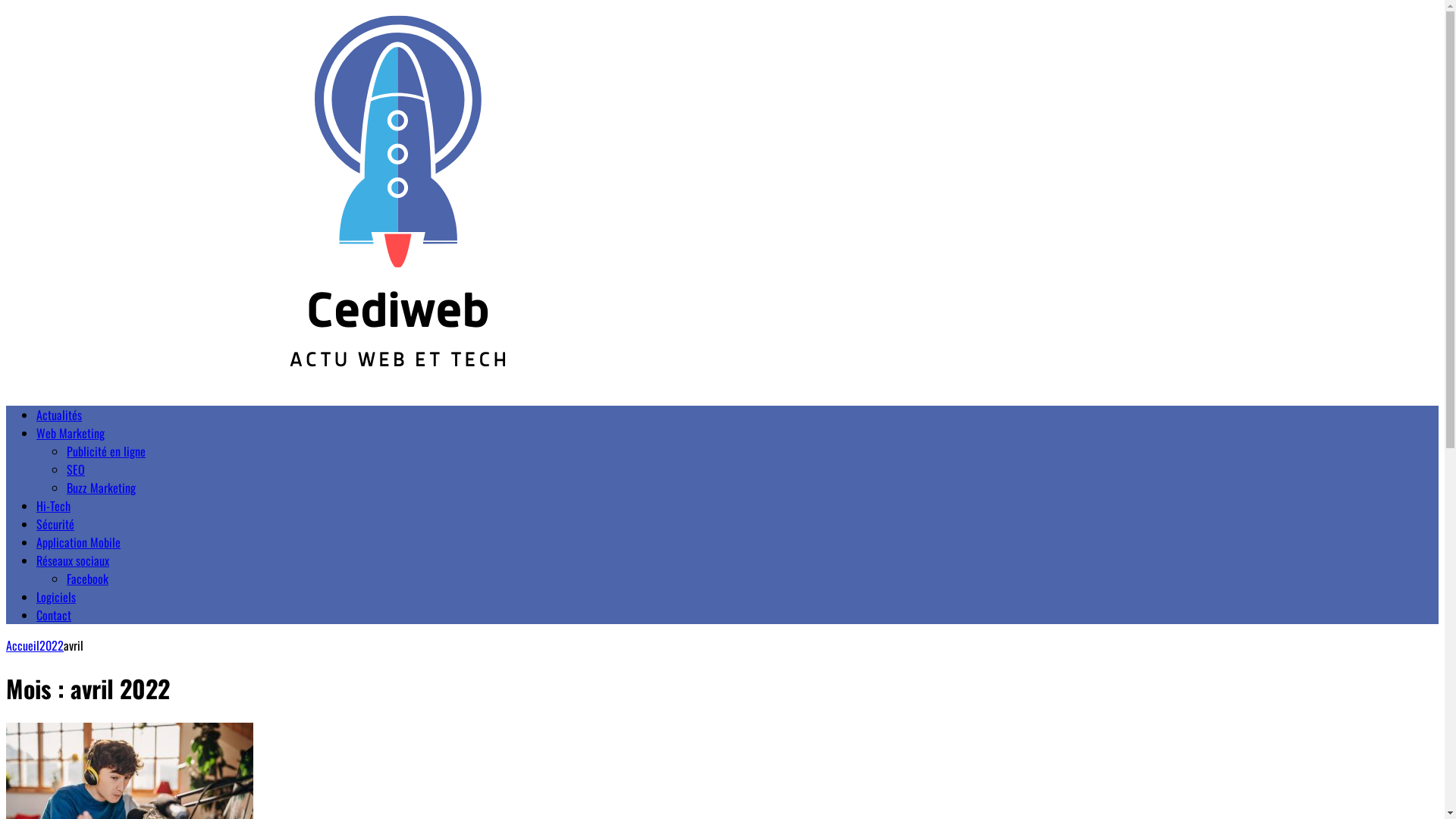 This screenshot has height=819, width=1456. What do you see at coordinates (77, 541) in the screenshot?
I see `'Application Mobile'` at bounding box center [77, 541].